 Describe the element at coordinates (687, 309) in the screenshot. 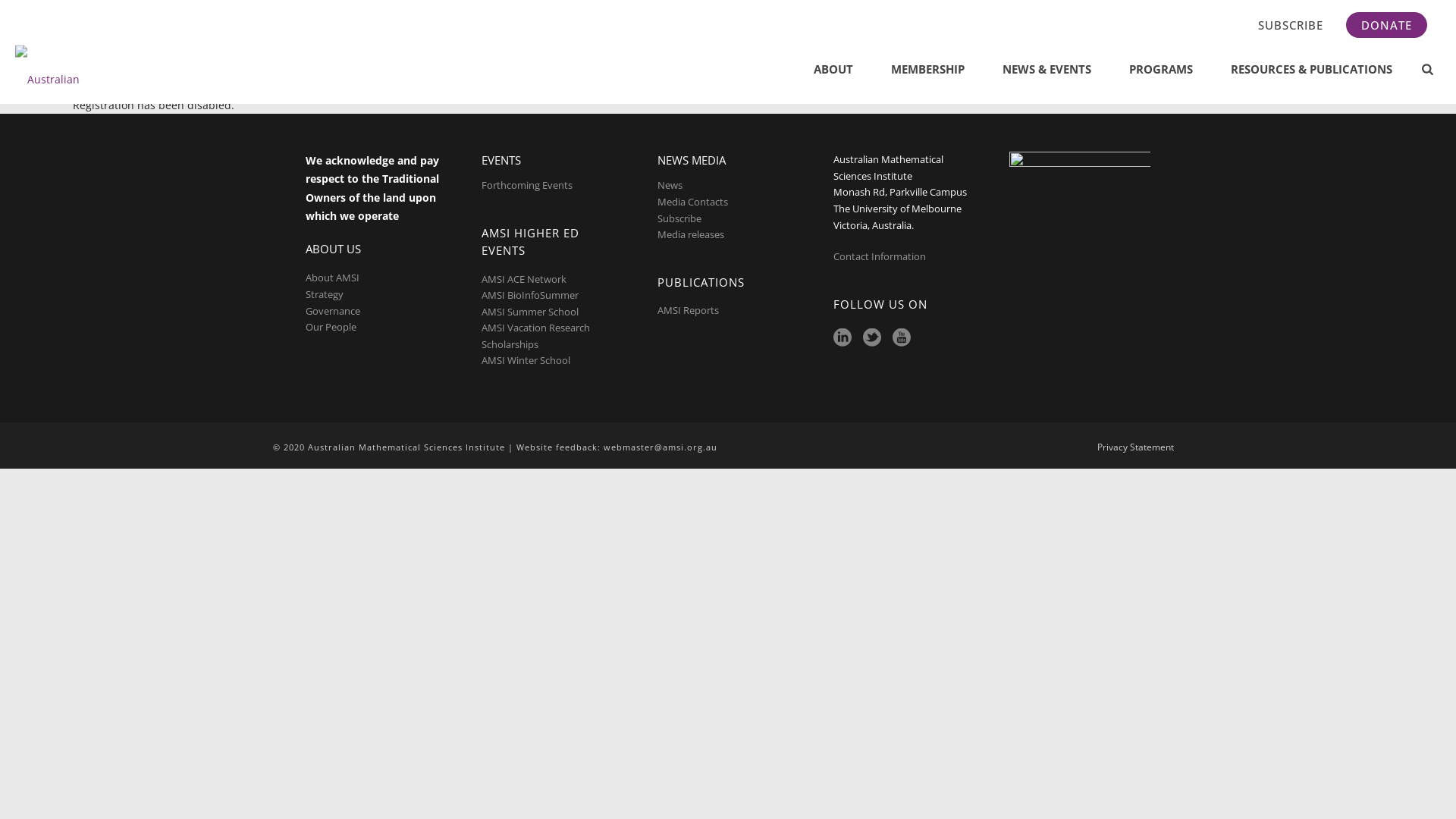

I see `'AMSI Reports'` at that location.